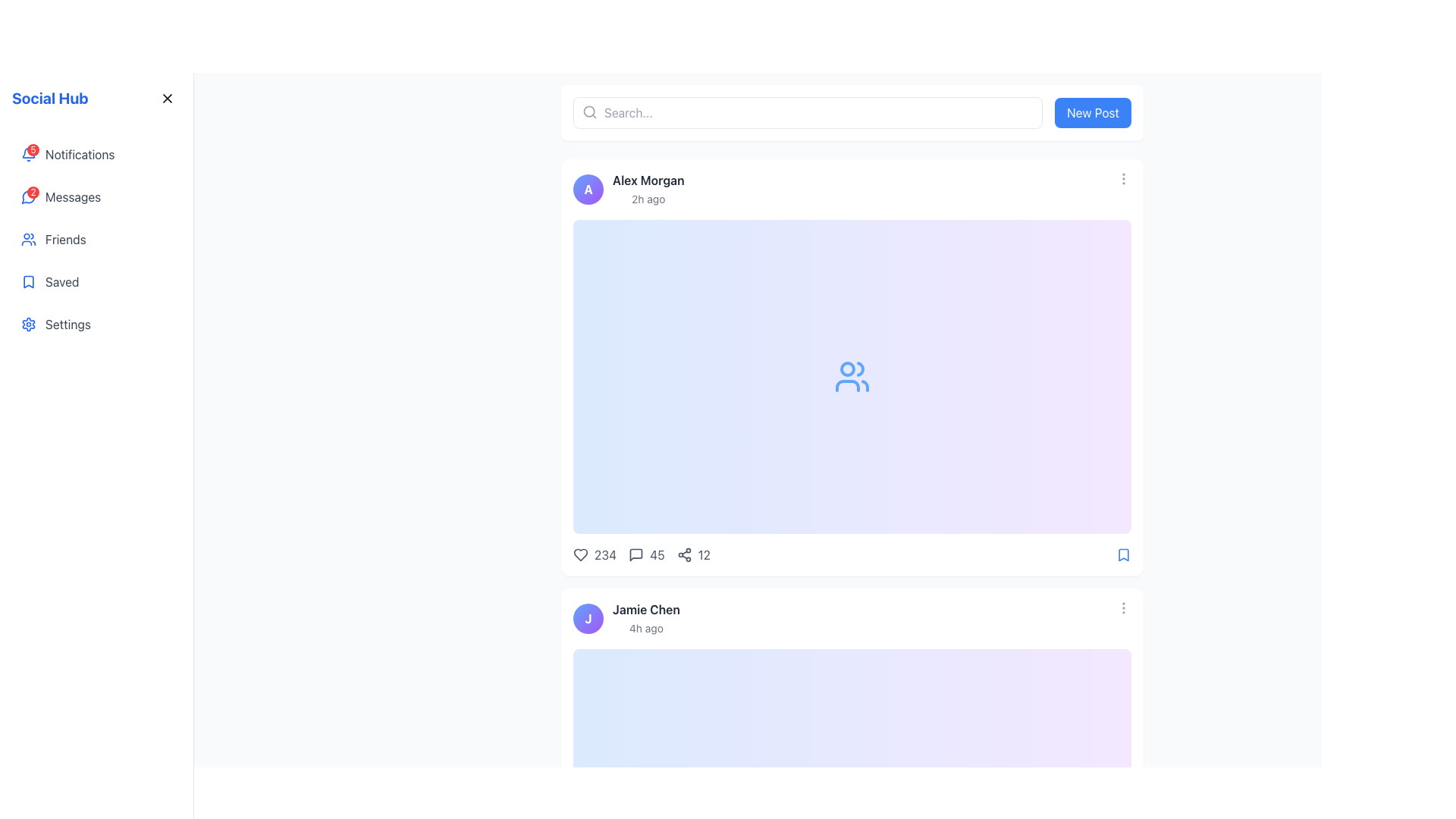  Describe the element at coordinates (588, 189) in the screenshot. I see `the circular profile icon with a gradient background and a bold white letter 'A'` at that location.